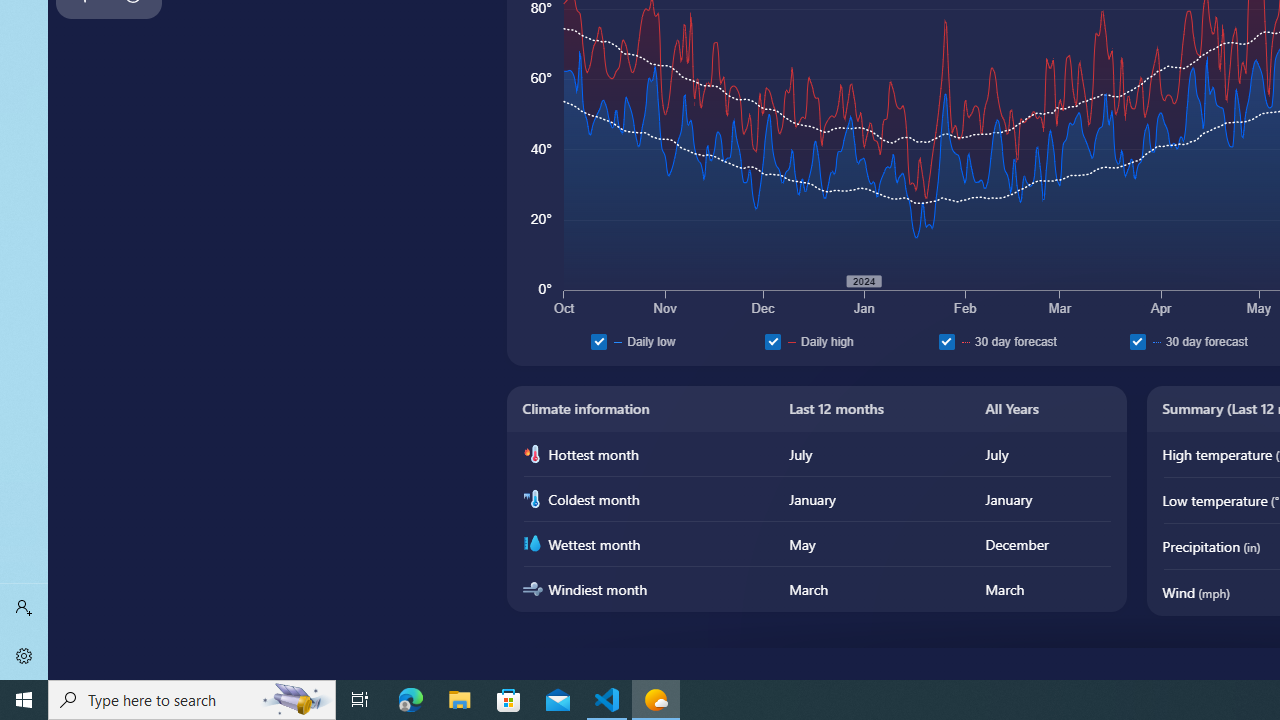 The width and height of the screenshot is (1280, 720). What do you see at coordinates (24, 607) in the screenshot?
I see `'Sign in'` at bounding box center [24, 607].